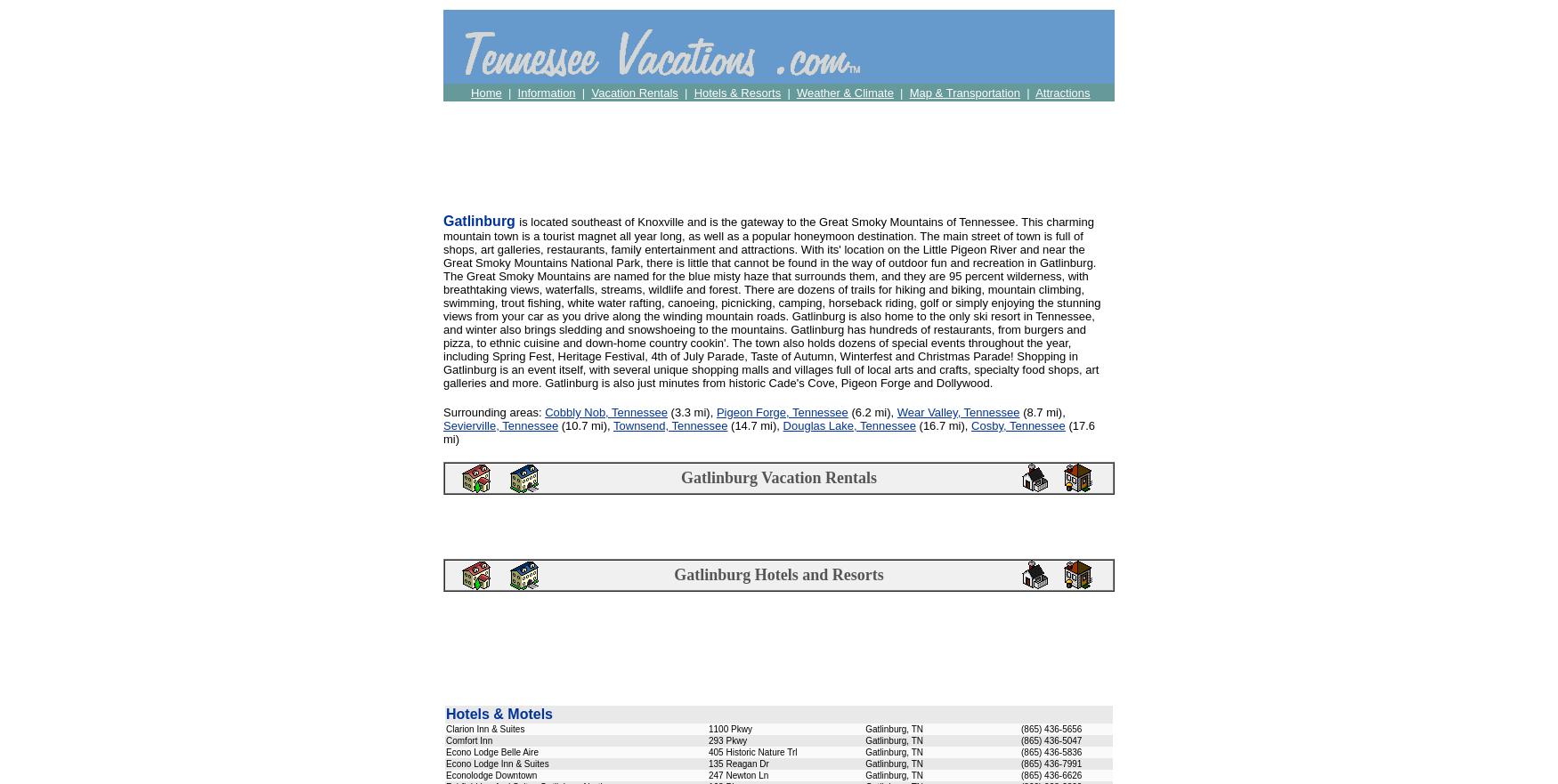 The width and height of the screenshot is (1558, 784). What do you see at coordinates (480, 221) in the screenshot?
I see `'Gatlinburg'` at bounding box center [480, 221].